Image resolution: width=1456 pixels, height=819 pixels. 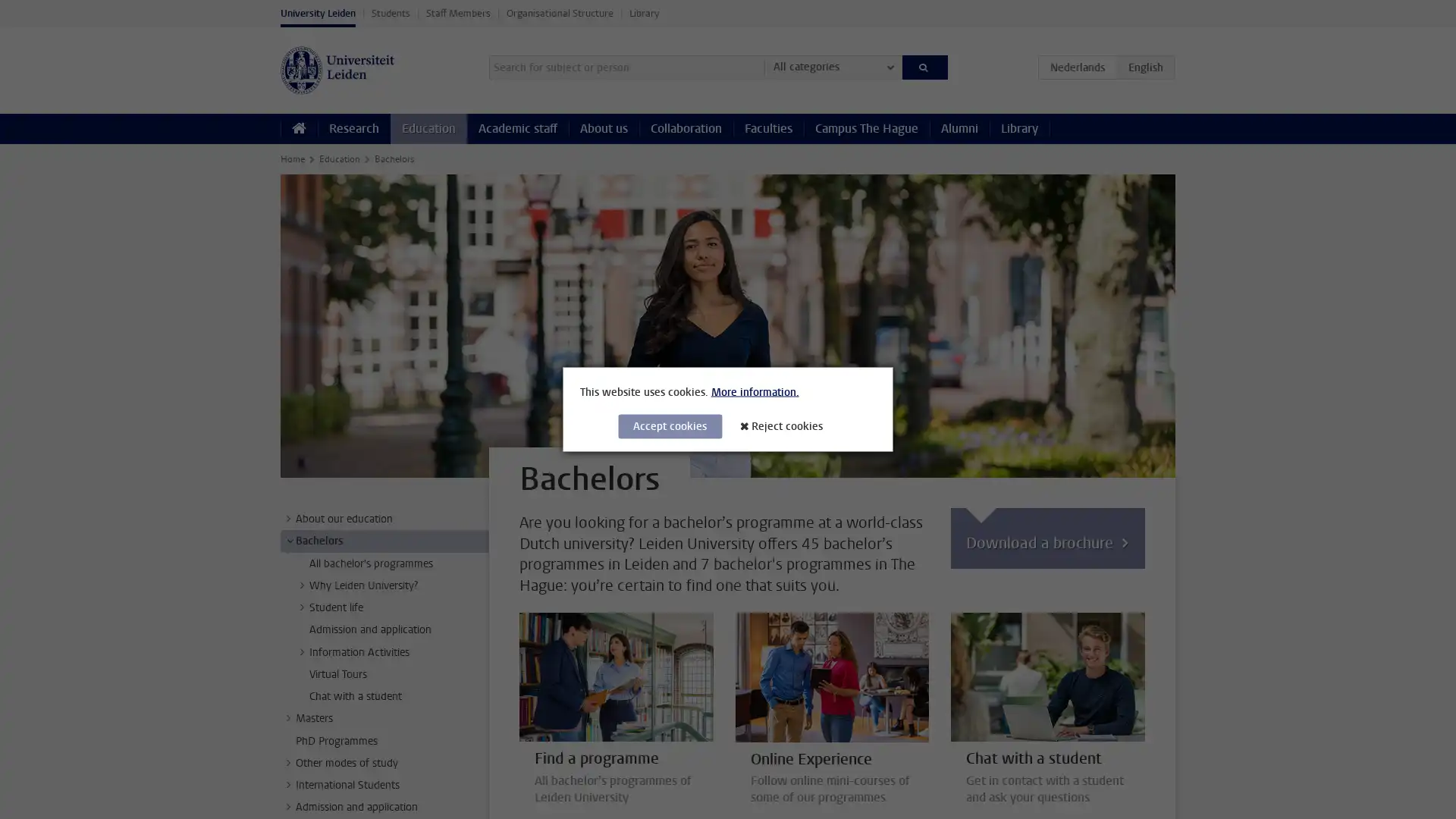 What do you see at coordinates (786, 425) in the screenshot?
I see `Reject cookies` at bounding box center [786, 425].